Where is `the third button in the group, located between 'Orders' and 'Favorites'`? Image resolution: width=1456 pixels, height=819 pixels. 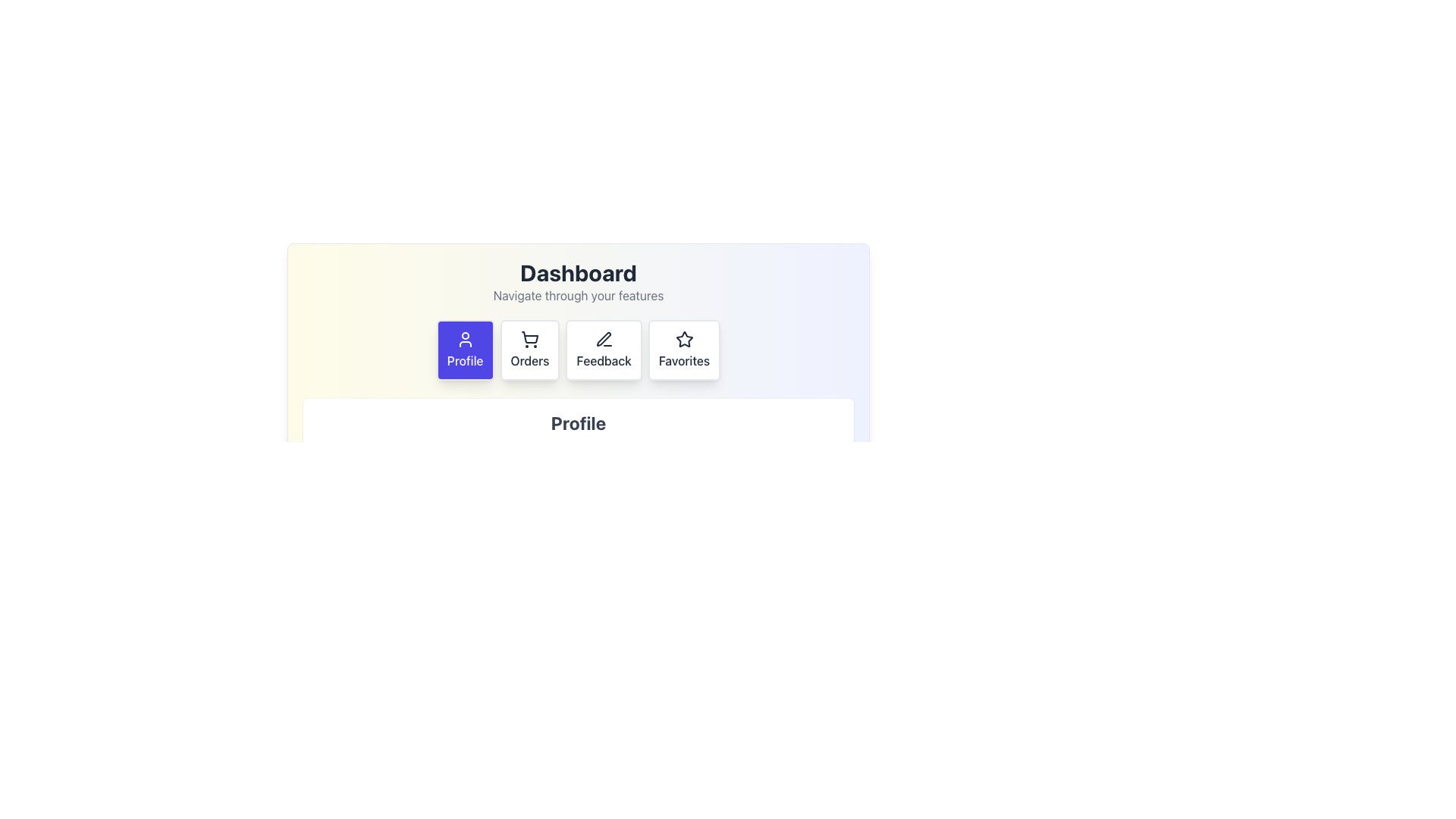 the third button in the group, located between 'Orders' and 'Favorites' is located at coordinates (603, 350).